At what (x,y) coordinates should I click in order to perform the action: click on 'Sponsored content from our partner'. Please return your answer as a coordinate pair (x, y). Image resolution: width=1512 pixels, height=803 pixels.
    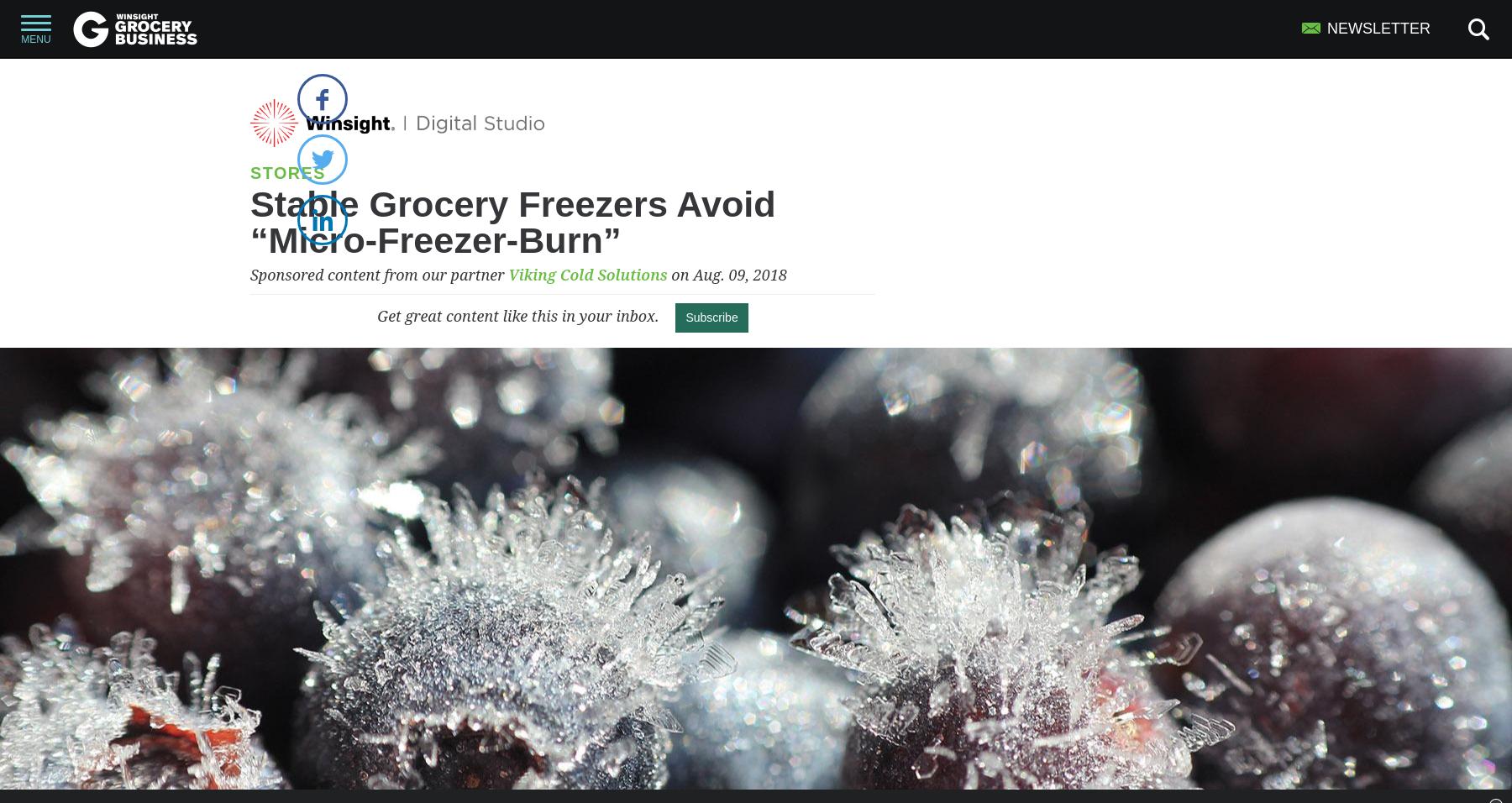
    Looking at the image, I should click on (378, 274).